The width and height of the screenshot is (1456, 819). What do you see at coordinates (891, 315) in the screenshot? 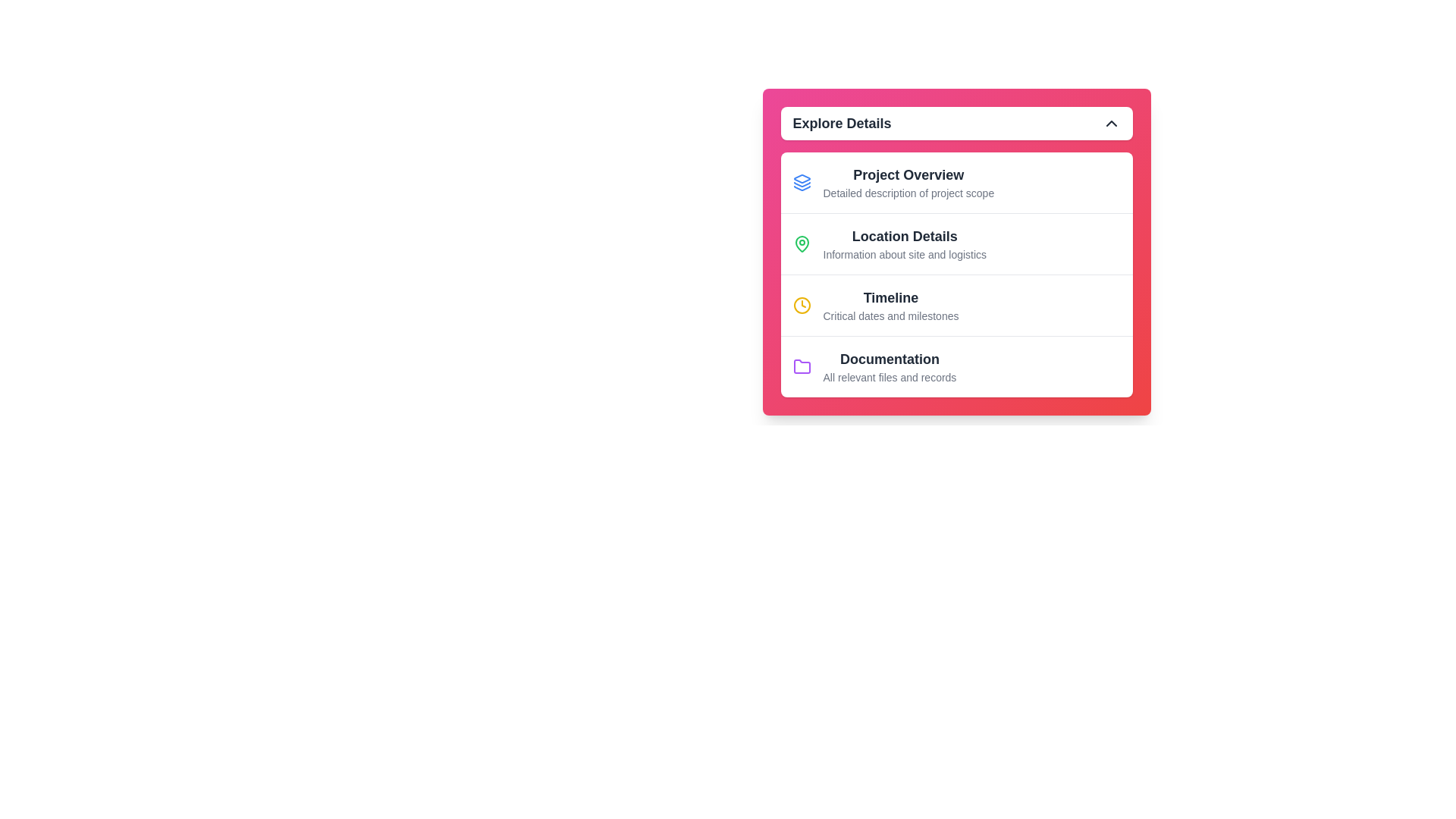
I see `text label displaying 'Critical dates and milestones' located beneath the 'Timeline' header in the menu interface` at bounding box center [891, 315].